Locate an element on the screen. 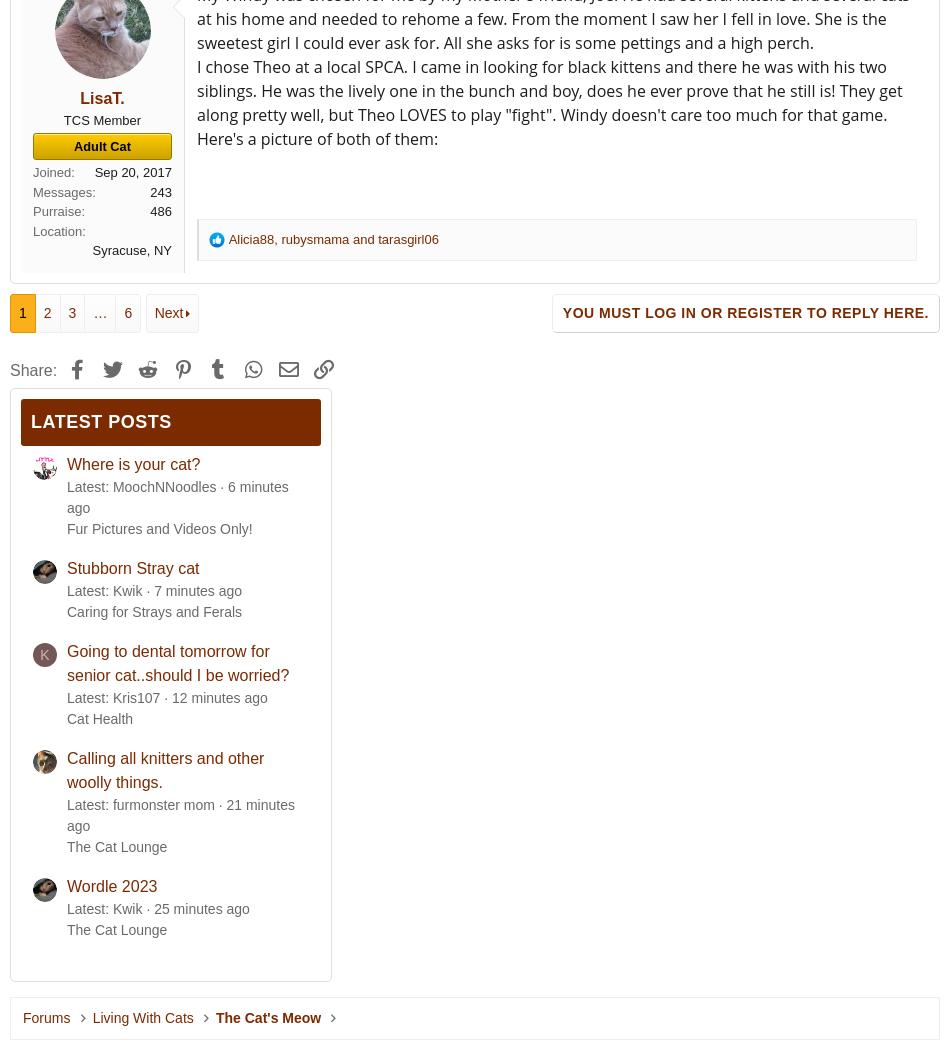 The height and width of the screenshot is (1047, 950). '22 minutes ago' is located at coordinates (180, 815).